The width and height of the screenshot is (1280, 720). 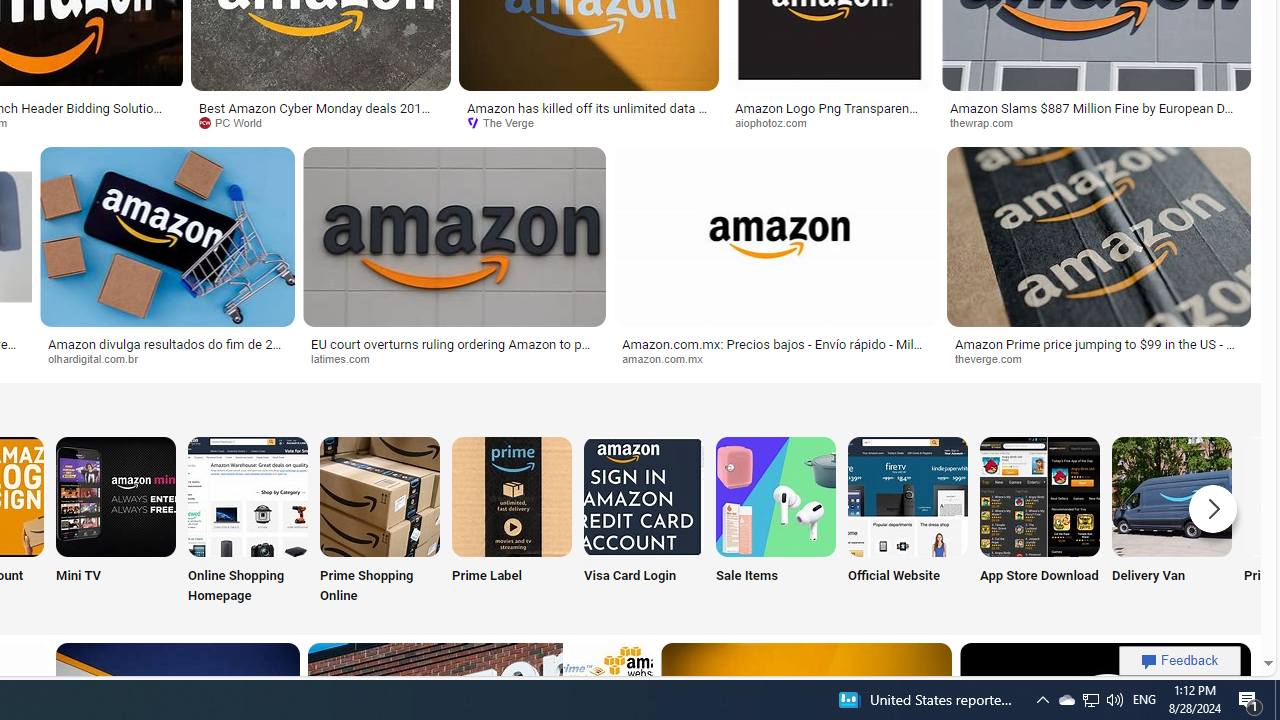 What do you see at coordinates (906, 495) in the screenshot?
I see `'Amazon Official Website'` at bounding box center [906, 495].